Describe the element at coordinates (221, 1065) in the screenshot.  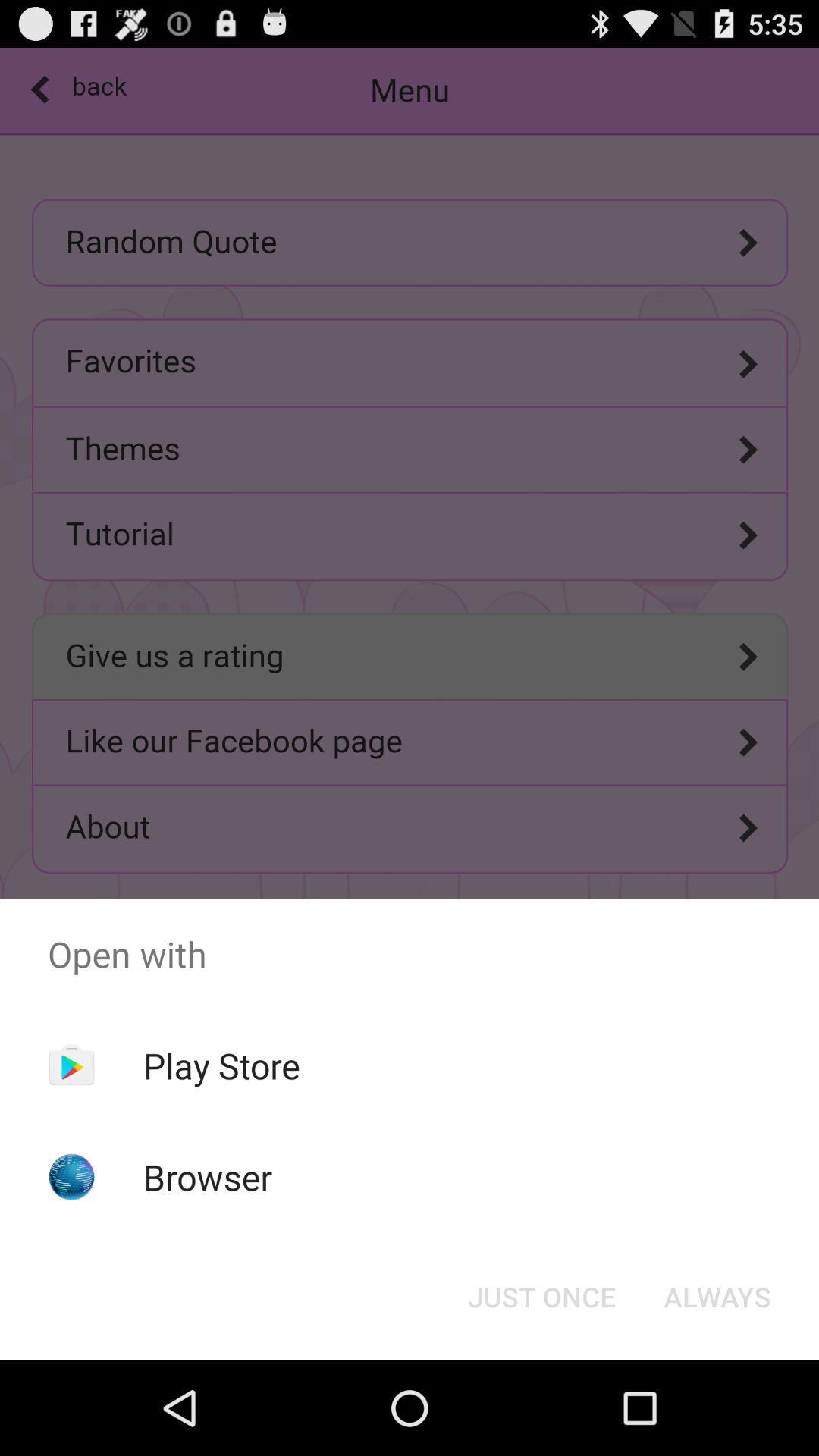
I see `play store` at that location.